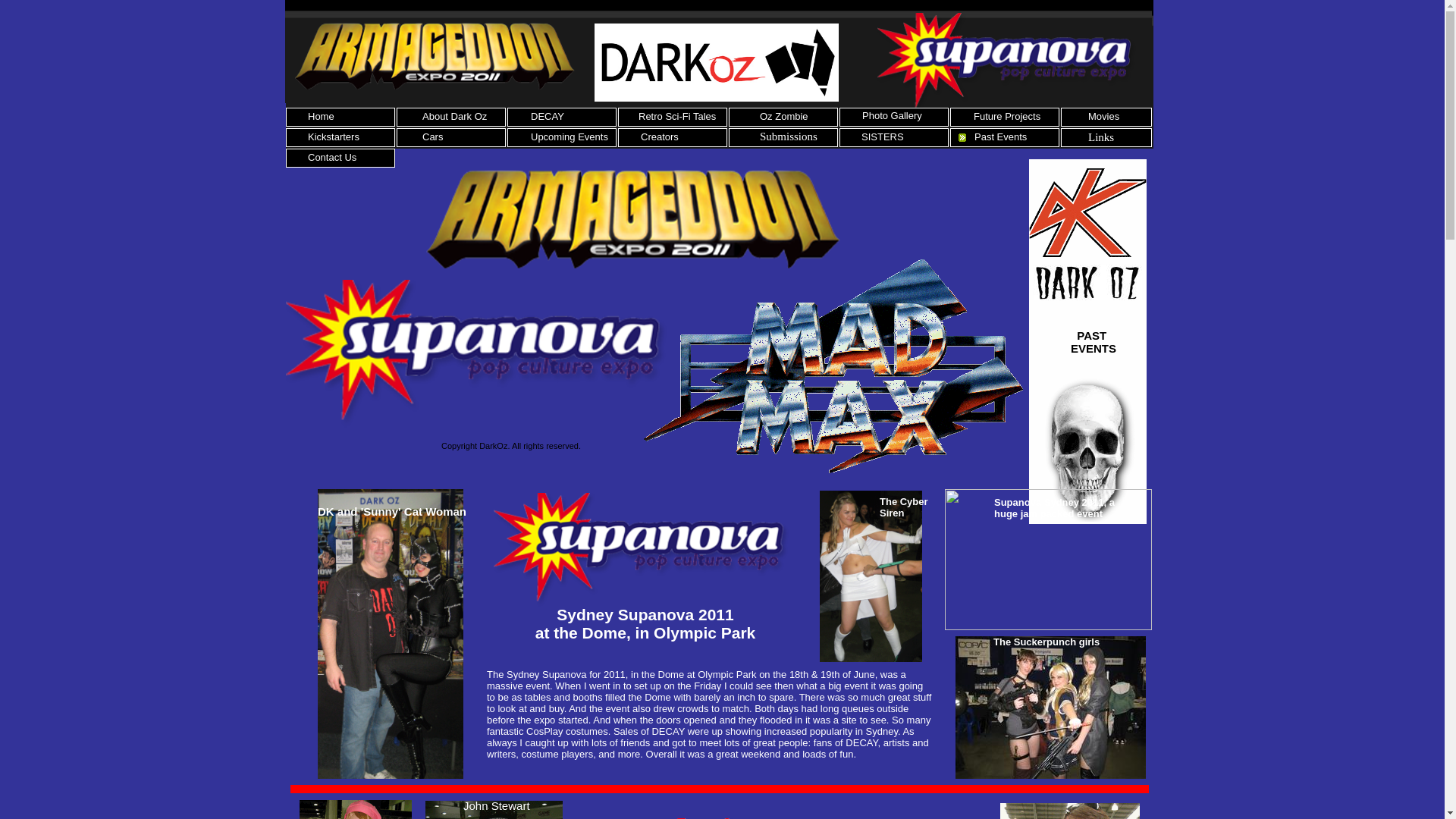 This screenshot has height=819, width=1456. What do you see at coordinates (333, 136) in the screenshot?
I see `'Kickstarters'` at bounding box center [333, 136].